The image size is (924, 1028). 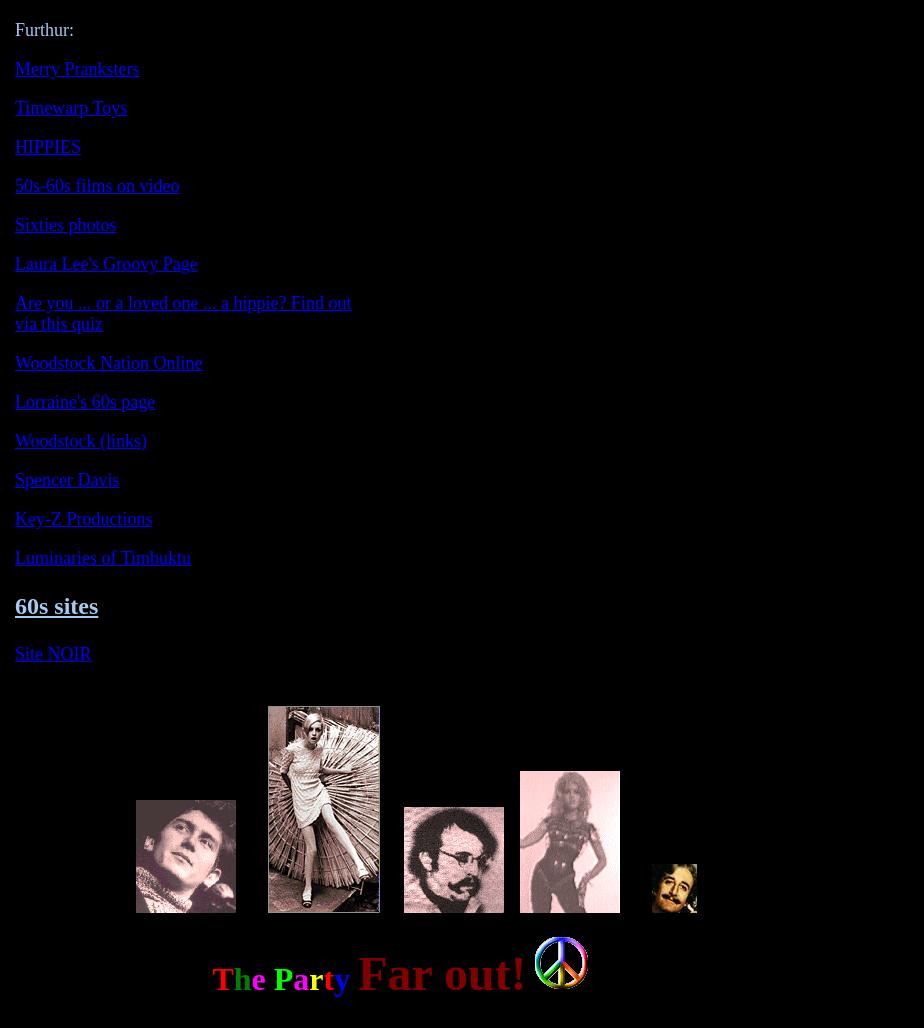 What do you see at coordinates (108, 361) in the screenshot?
I see `'Woodstock Nation Online'` at bounding box center [108, 361].